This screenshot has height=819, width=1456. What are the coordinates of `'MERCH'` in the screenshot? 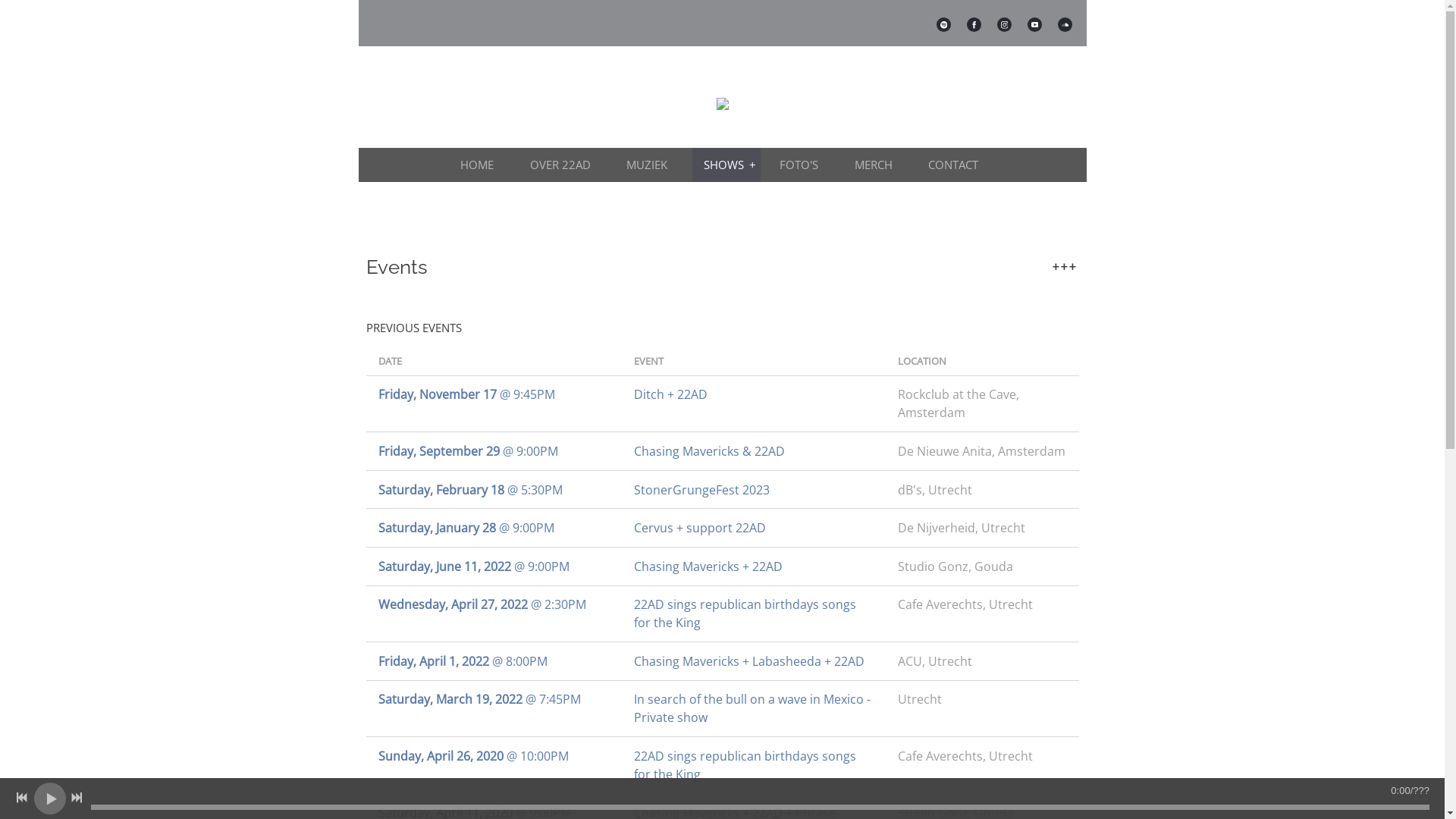 It's located at (877, 165).